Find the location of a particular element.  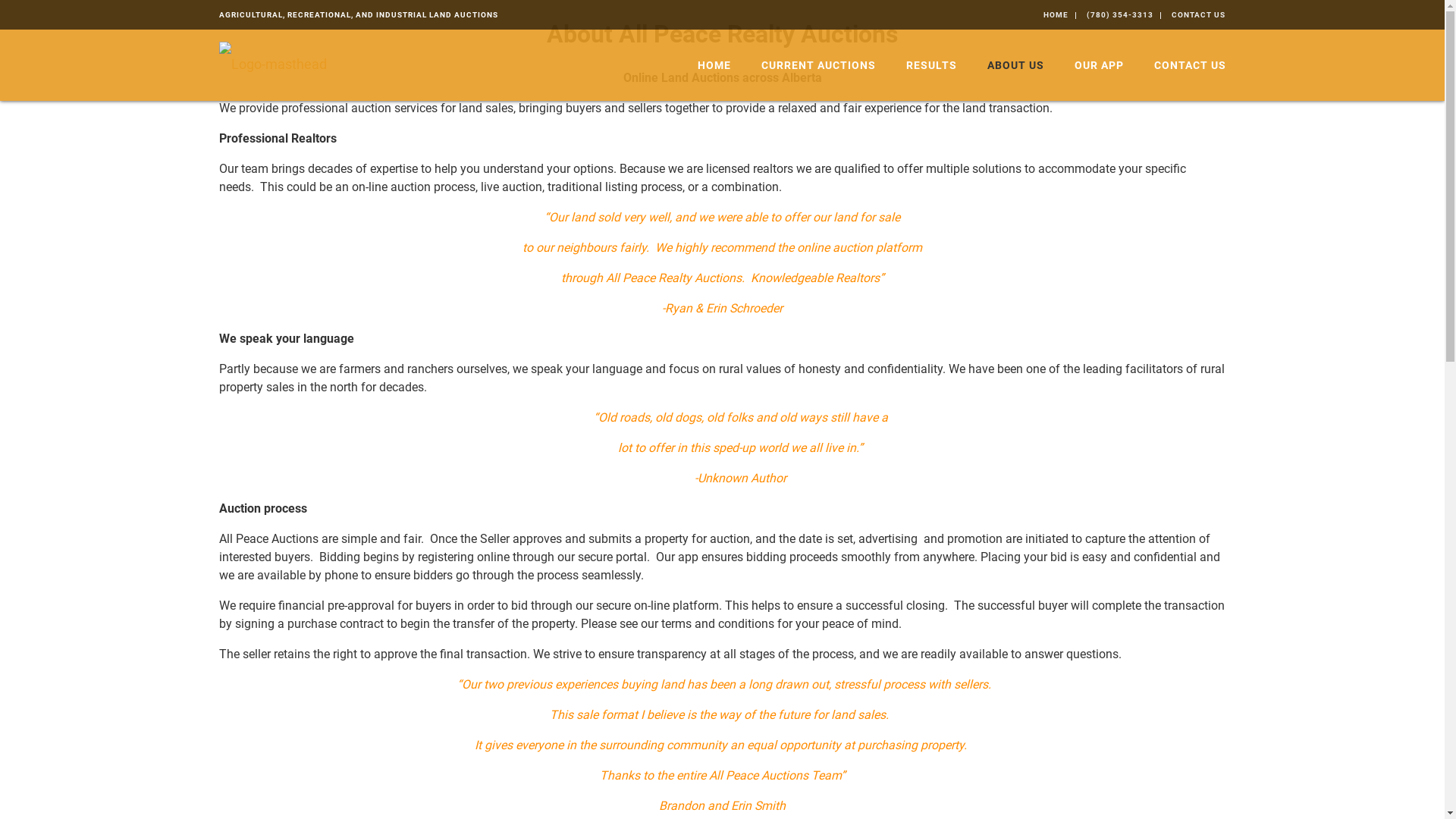

'HOME' is located at coordinates (713, 64).